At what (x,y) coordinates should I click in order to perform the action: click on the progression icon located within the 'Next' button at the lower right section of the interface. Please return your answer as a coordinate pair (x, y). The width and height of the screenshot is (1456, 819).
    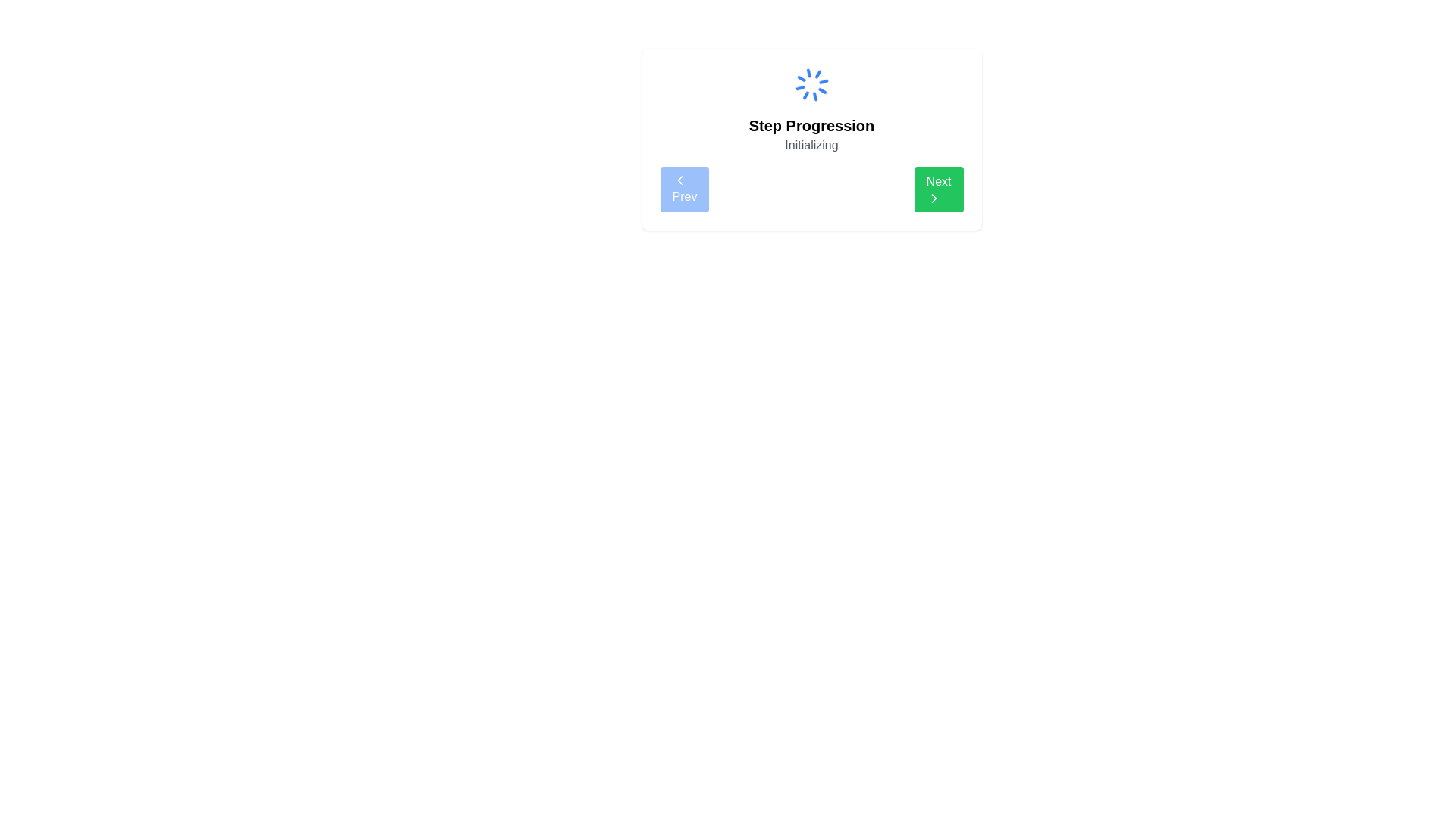
    Looking at the image, I should click on (933, 198).